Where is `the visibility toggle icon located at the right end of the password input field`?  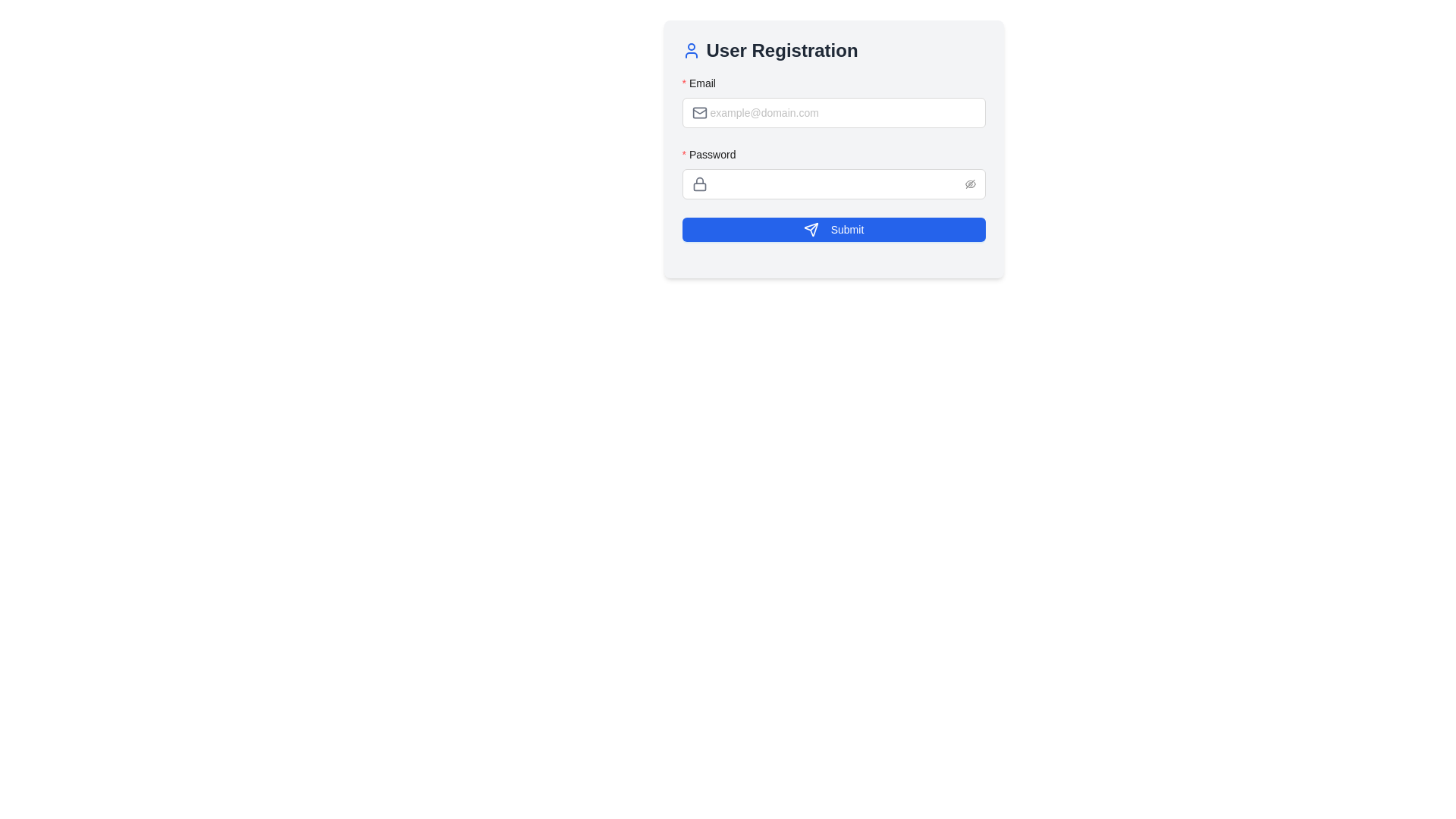
the visibility toggle icon located at the right end of the password input field is located at coordinates (969, 184).